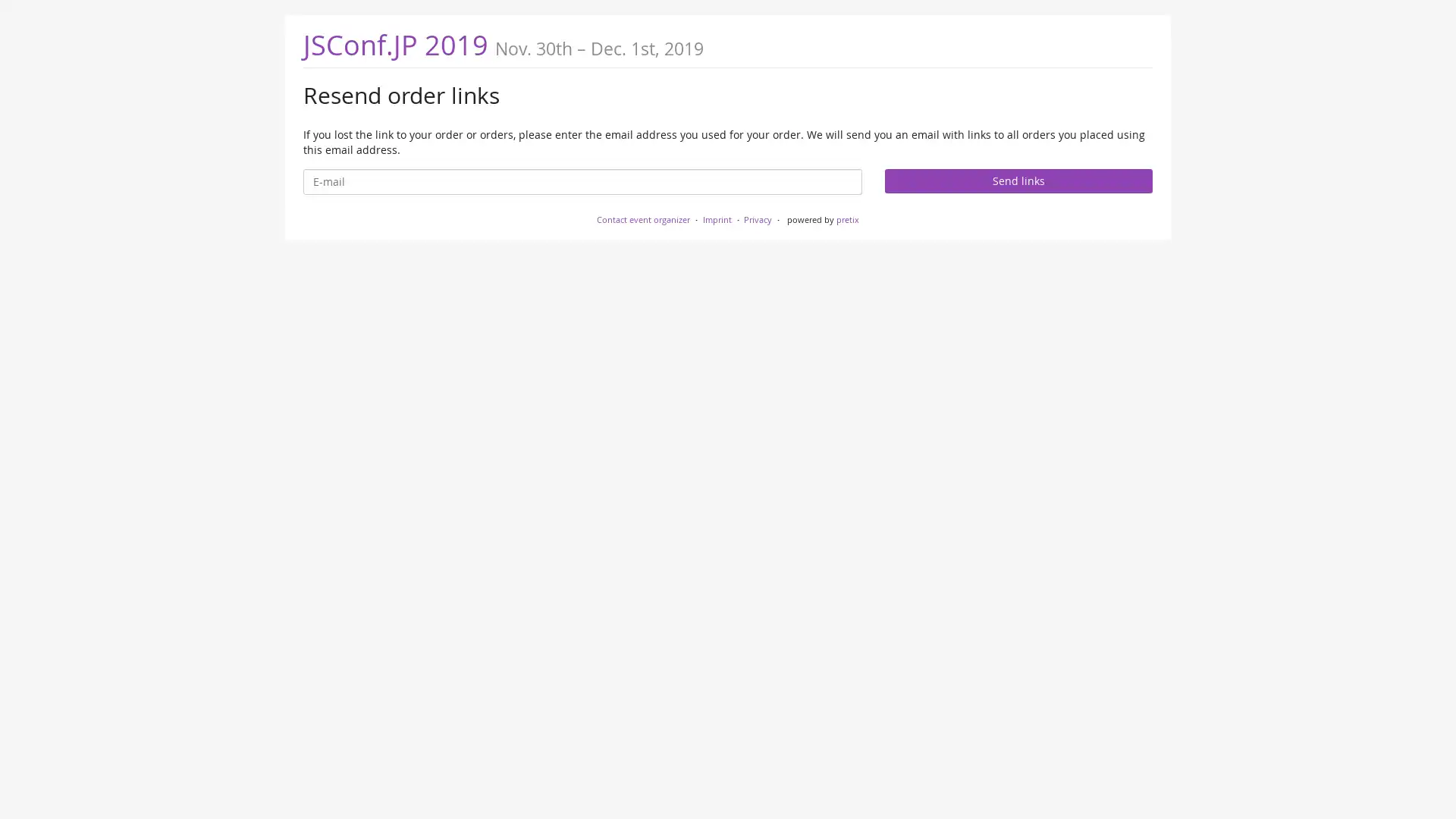 The height and width of the screenshot is (819, 1456). Describe the element at coordinates (1018, 180) in the screenshot. I see `Send links` at that location.